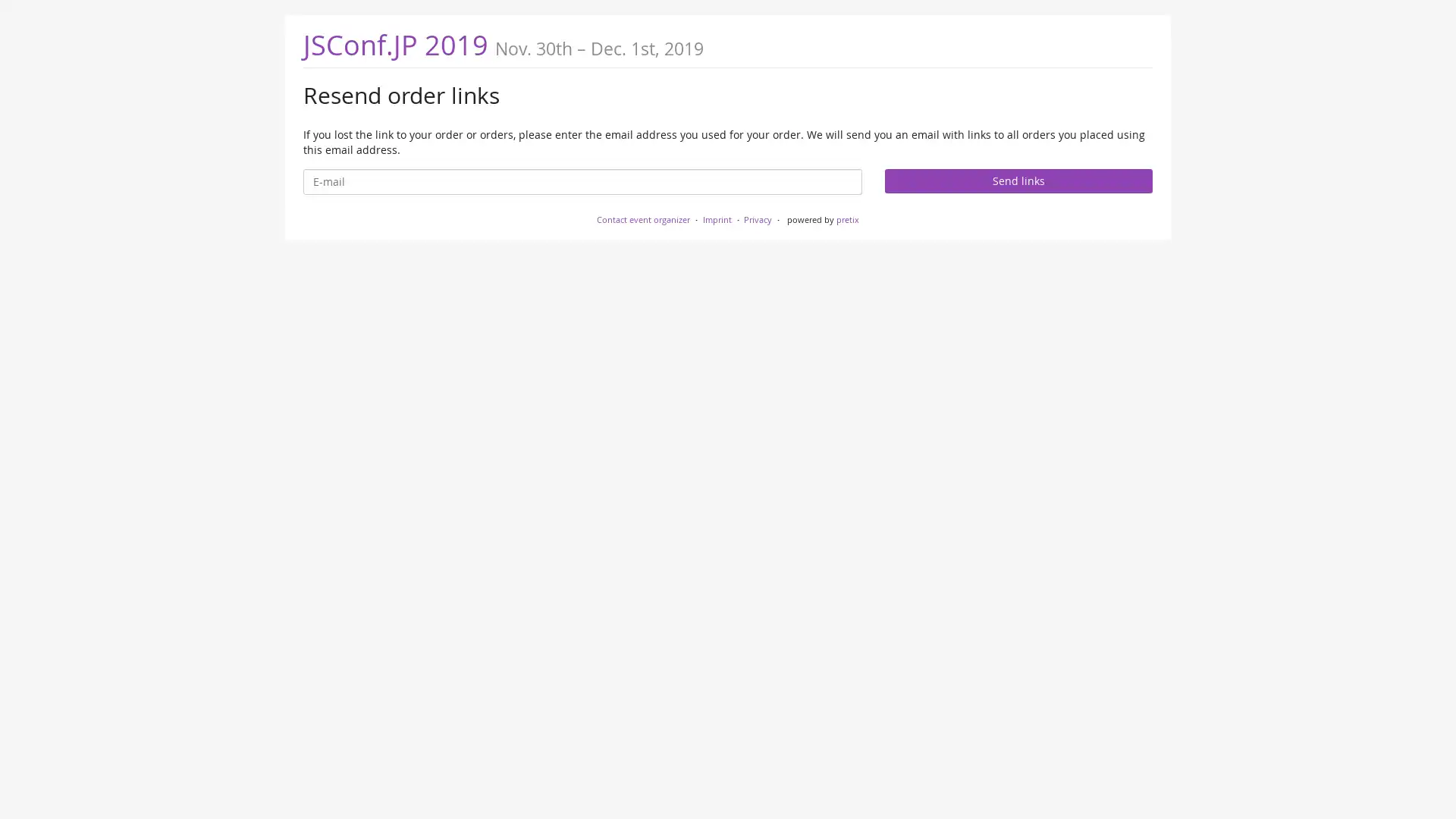 The height and width of the screenshot is (819, 1456). Describe the element at coordinates (1018, 180) in the screenshot. I see `Send links` at that location.